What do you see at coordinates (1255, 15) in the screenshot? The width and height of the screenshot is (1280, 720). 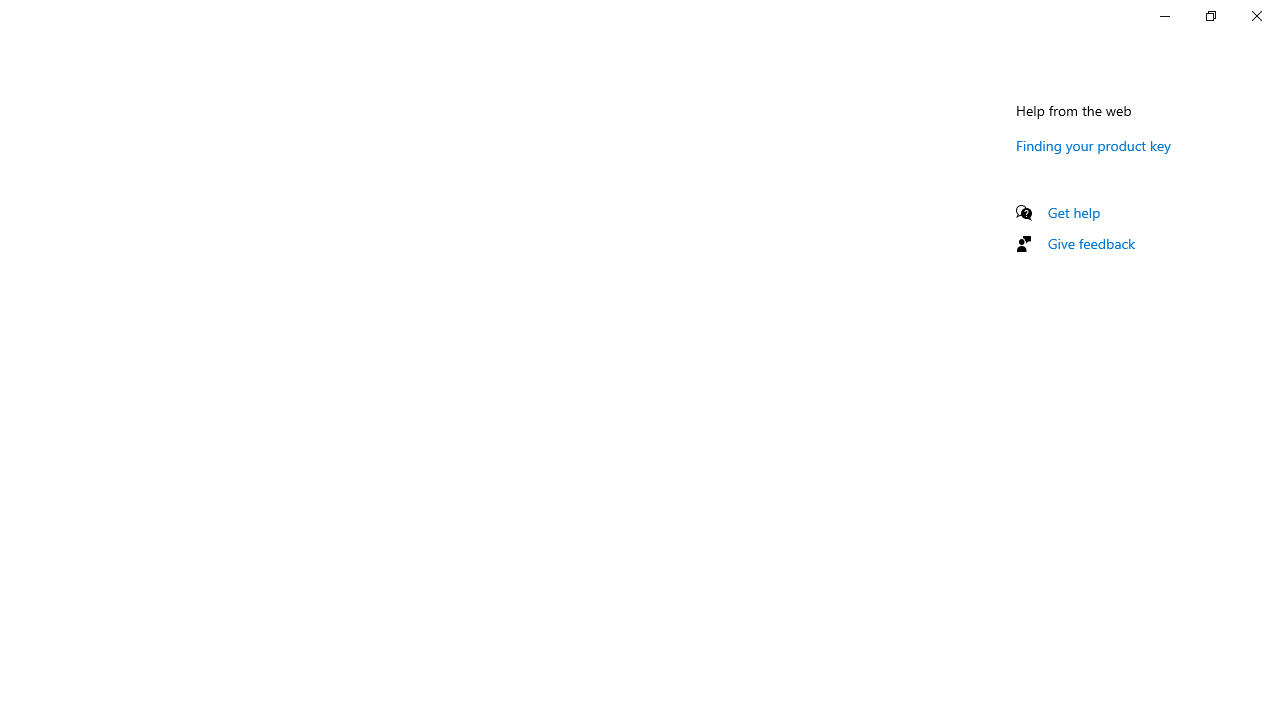 I see `'Close Settings'` at bounding box center [1255, 15].